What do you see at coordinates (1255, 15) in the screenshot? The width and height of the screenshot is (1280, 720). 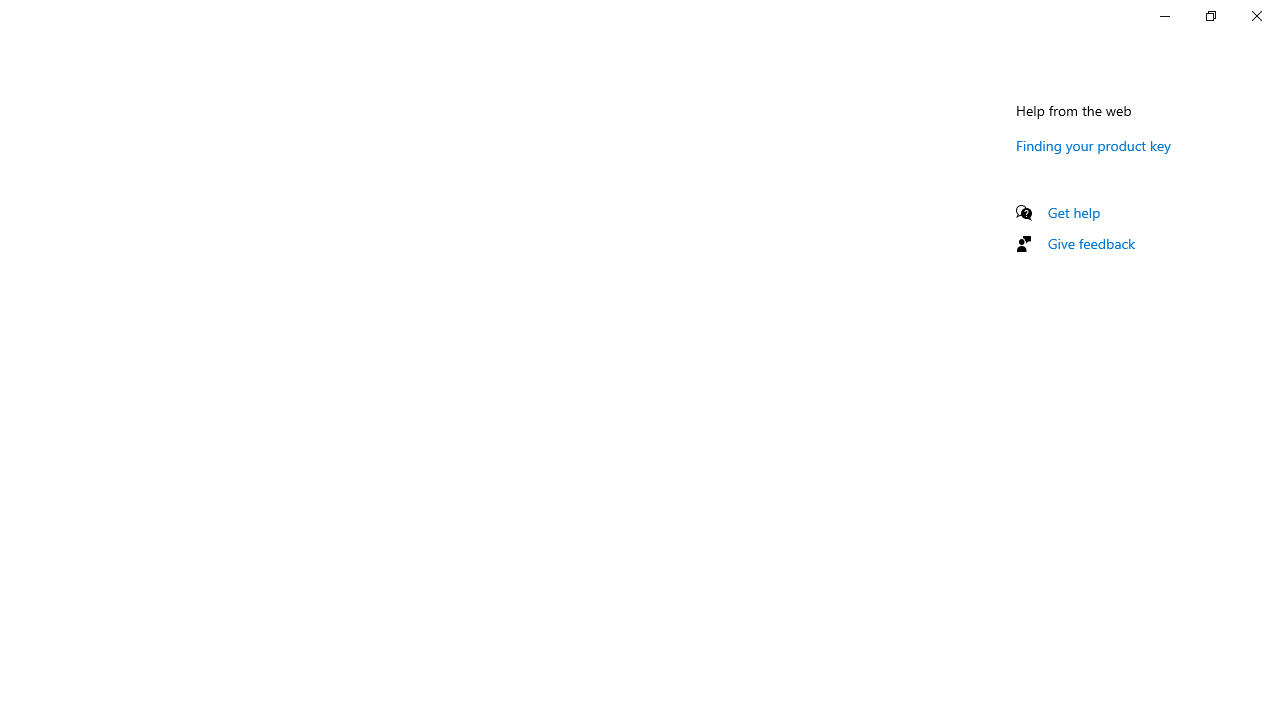 I see `'Close Settings'` at bounding box center [1255, 15].